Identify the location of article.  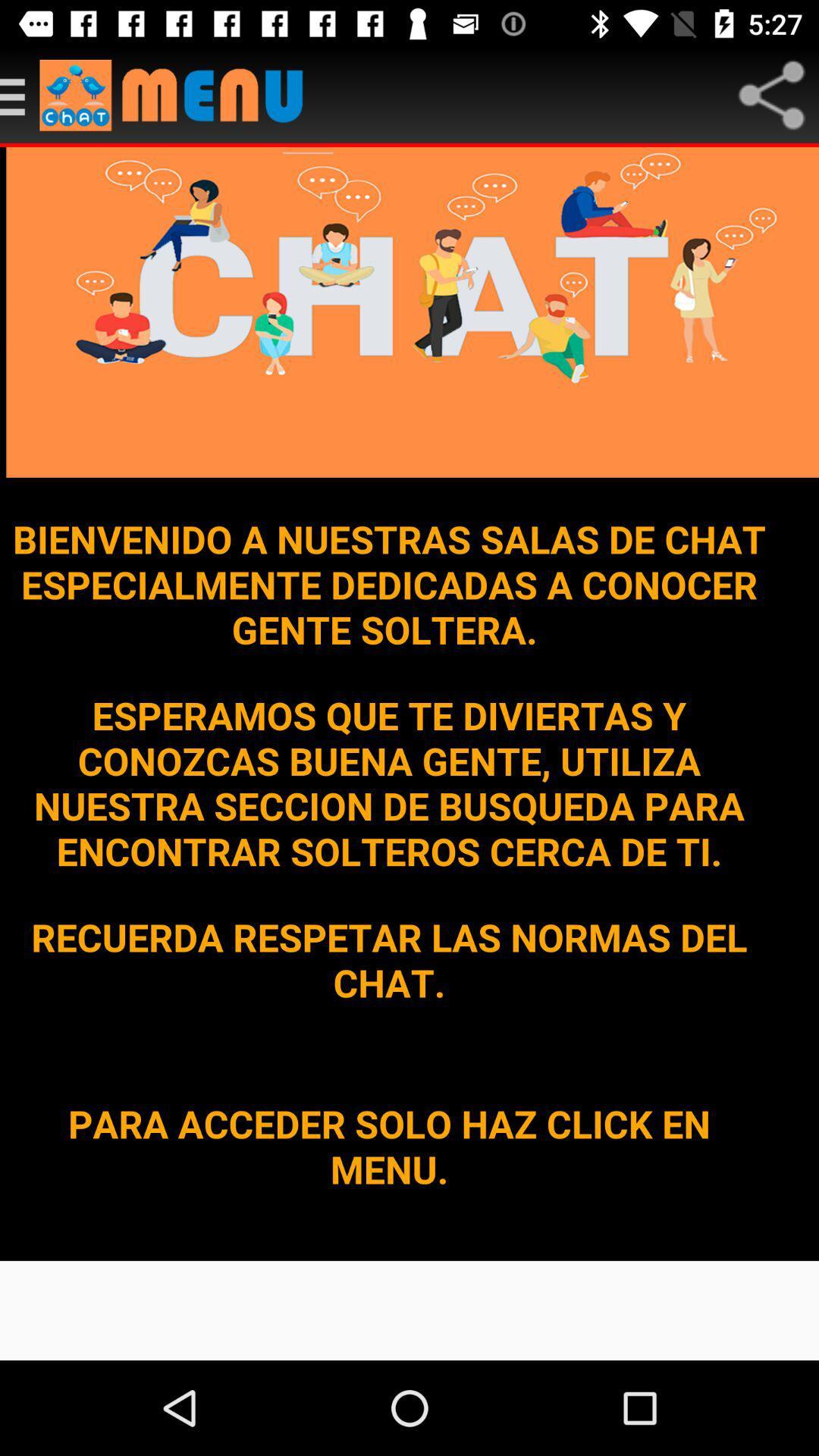
(20, 94).